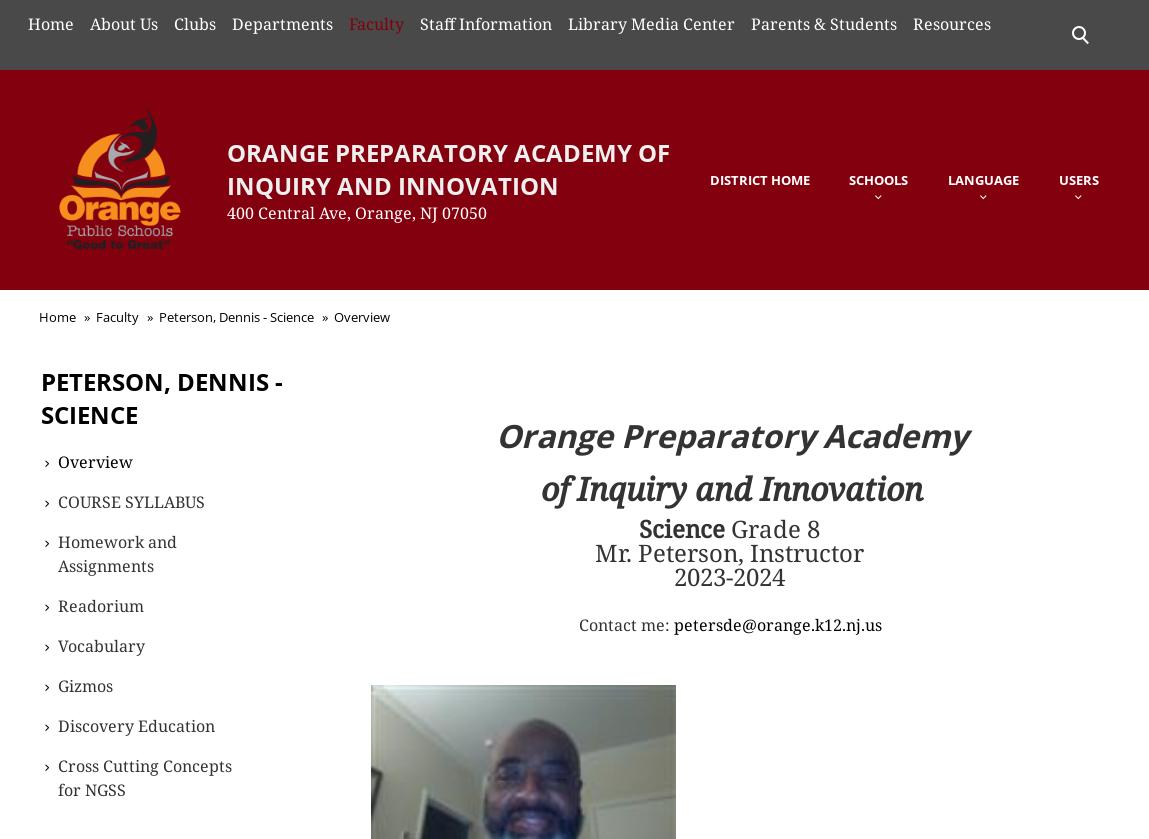 Image resolution: width=1149 pixels, height=839 pixels. I want to click on 'Gizmos', so click(57, 683).